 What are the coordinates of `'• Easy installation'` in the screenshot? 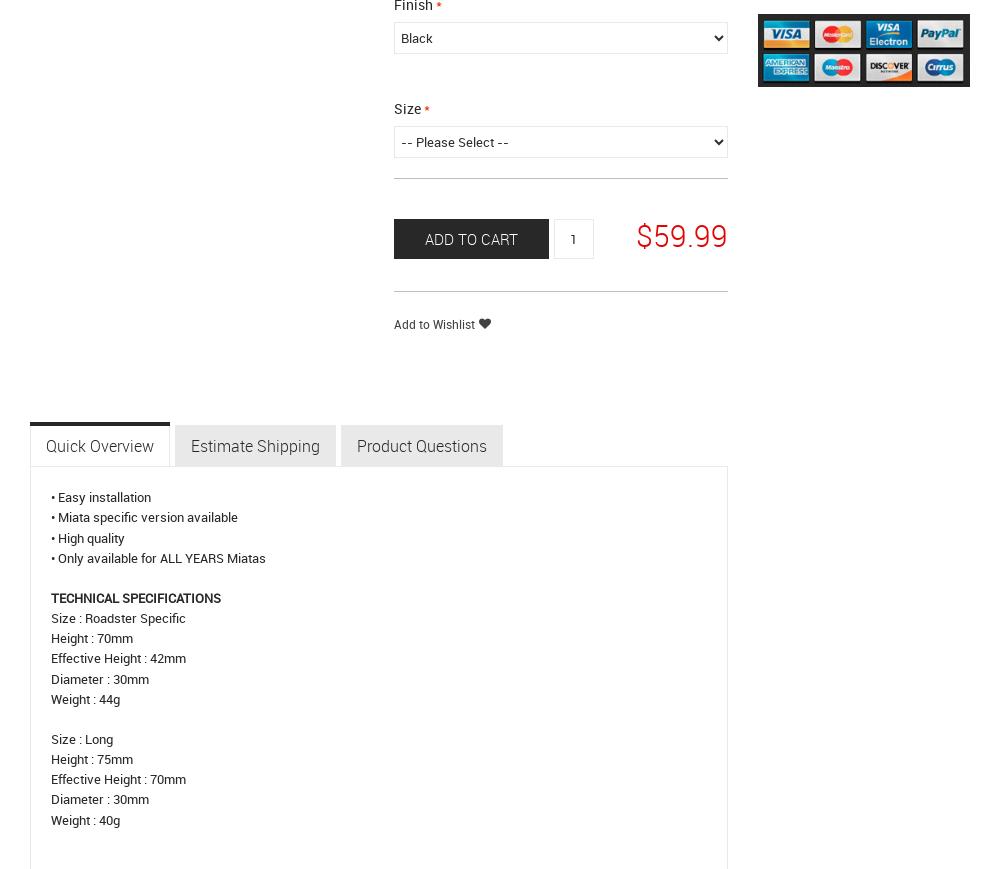 It's located at (100, 496).